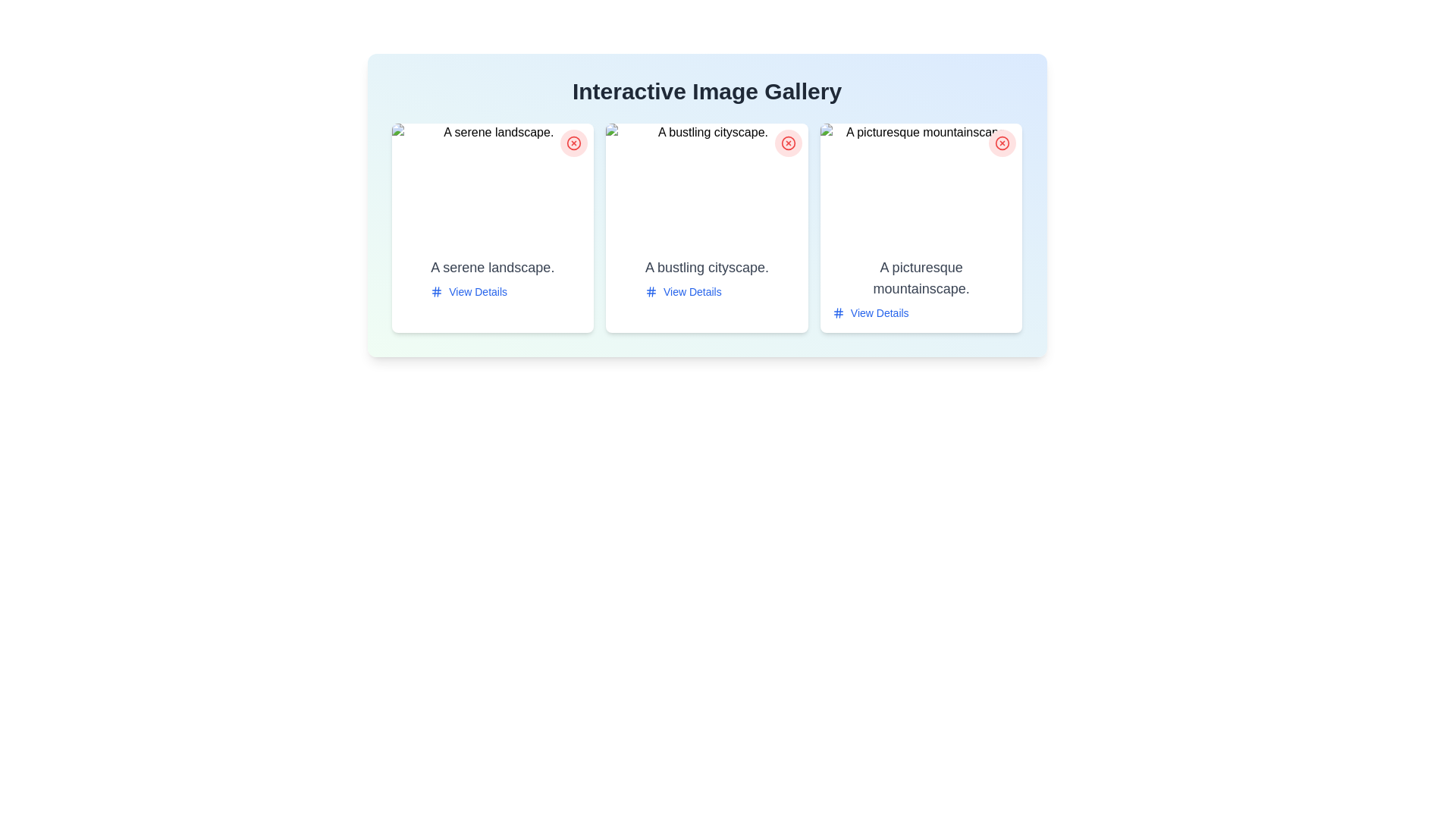 The width and height of the screenshot is (1456, 819). Describe the element at coordinates (682, 292) in the screenshot. I see `the 'View Details' link for the image with description 'A bustling cityscape.'` at that location.